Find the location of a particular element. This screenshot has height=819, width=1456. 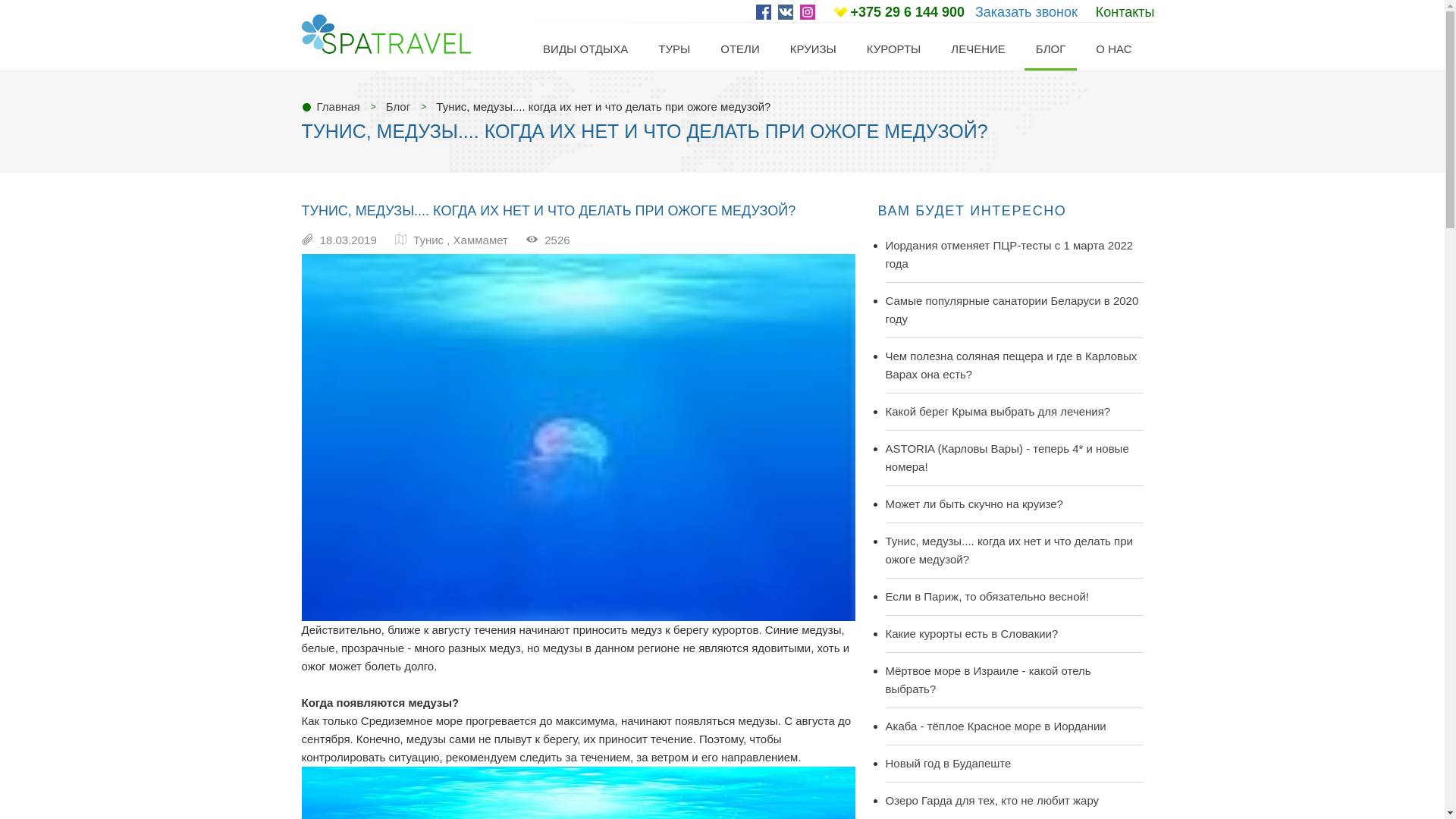

'+375 29 6 144 900' is located at coordinates (850, 11).